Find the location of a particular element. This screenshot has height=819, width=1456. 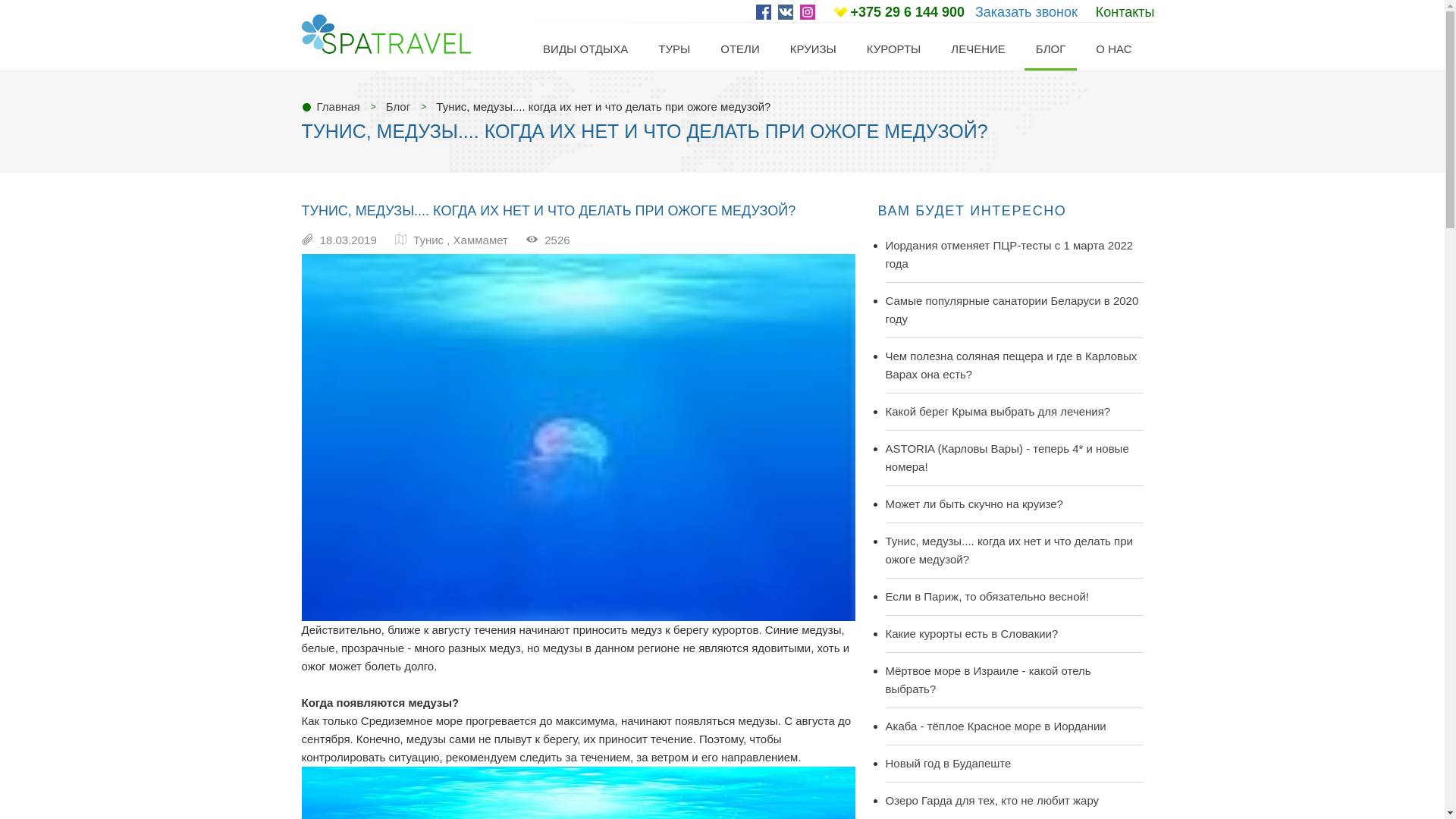

'+375 29 6 144 900' is located at coordinates (850, 11).